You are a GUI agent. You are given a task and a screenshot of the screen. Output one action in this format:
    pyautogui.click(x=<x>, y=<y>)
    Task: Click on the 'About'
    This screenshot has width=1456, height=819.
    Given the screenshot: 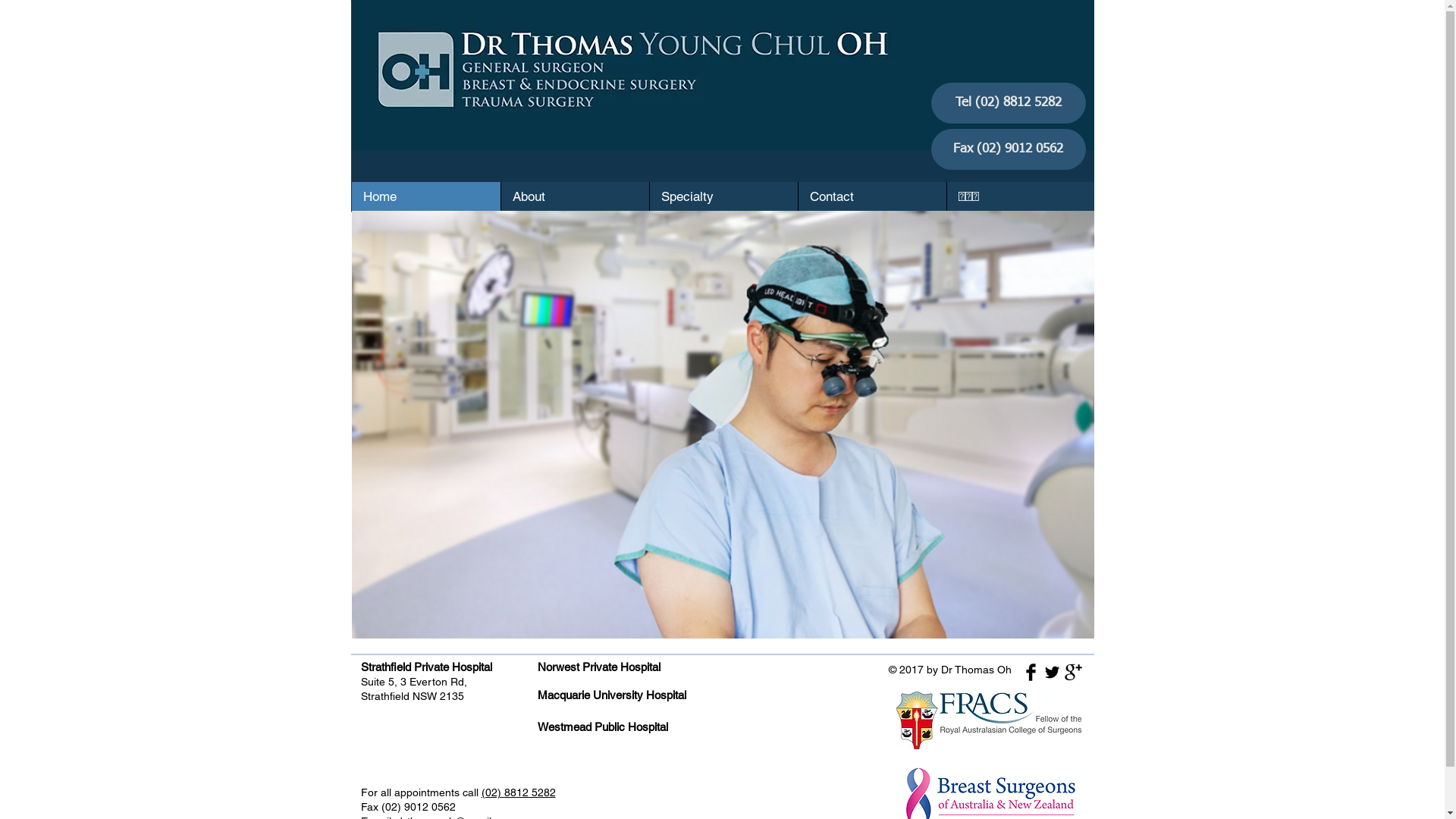 What is the action you would take?
    pyautogui.click(x=574, y=195)
    